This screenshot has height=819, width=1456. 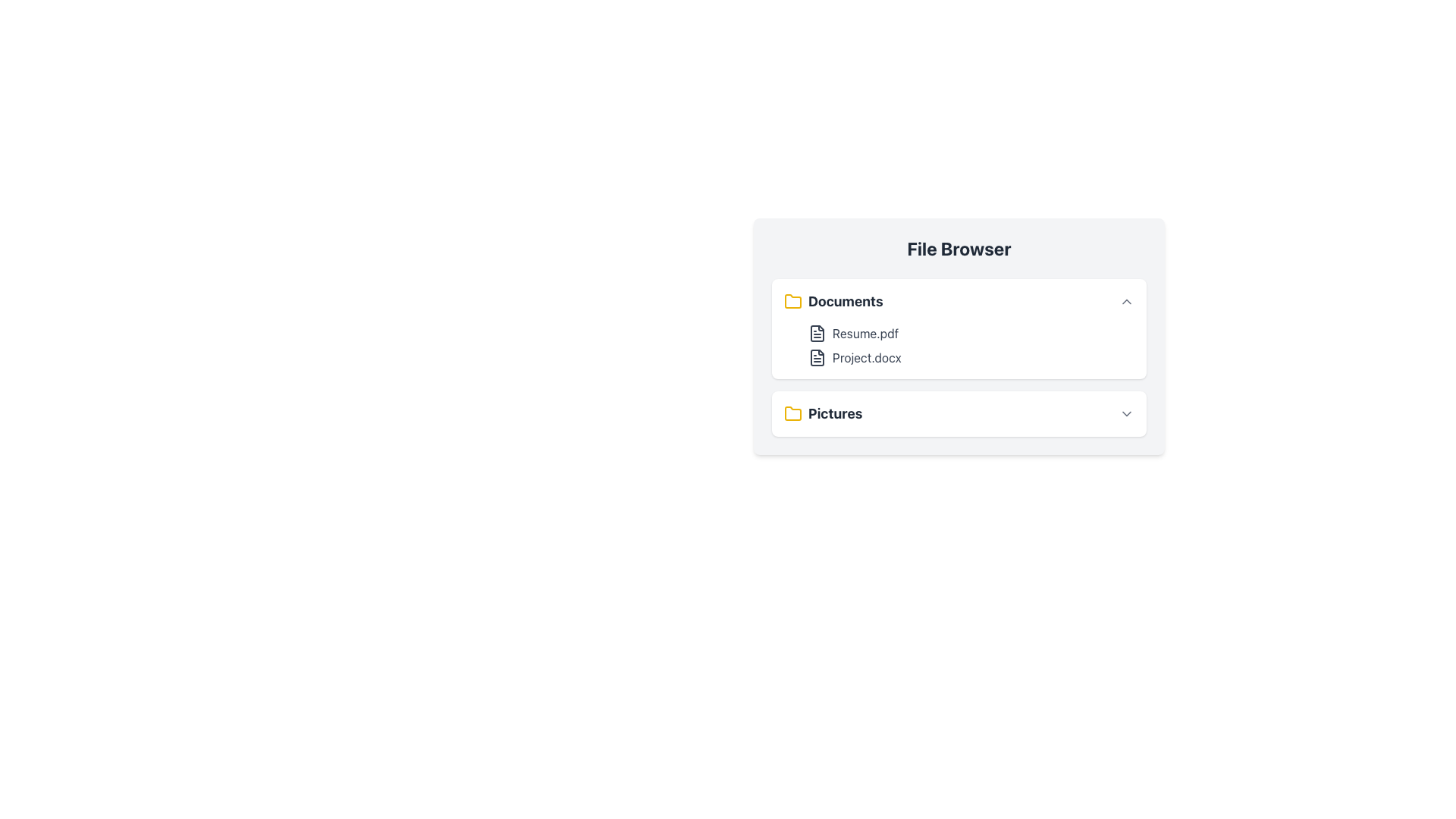 What do you see at coordinates (792, 414) in the screenshot?
I see `the yellow folder icon at the beginning of the 'Pictures' section in the file browser interface to interact with the associated folder` at bounding box center [792, 414].